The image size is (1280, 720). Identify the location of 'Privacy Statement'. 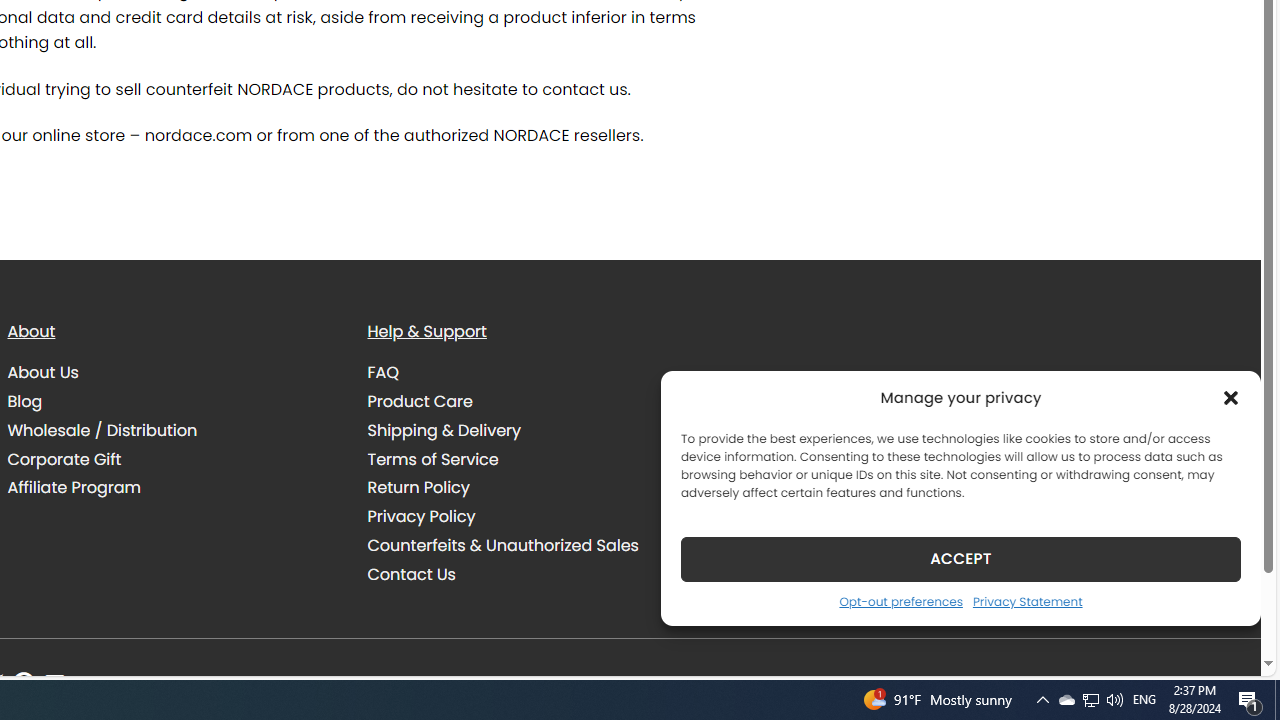
(1027, 600).